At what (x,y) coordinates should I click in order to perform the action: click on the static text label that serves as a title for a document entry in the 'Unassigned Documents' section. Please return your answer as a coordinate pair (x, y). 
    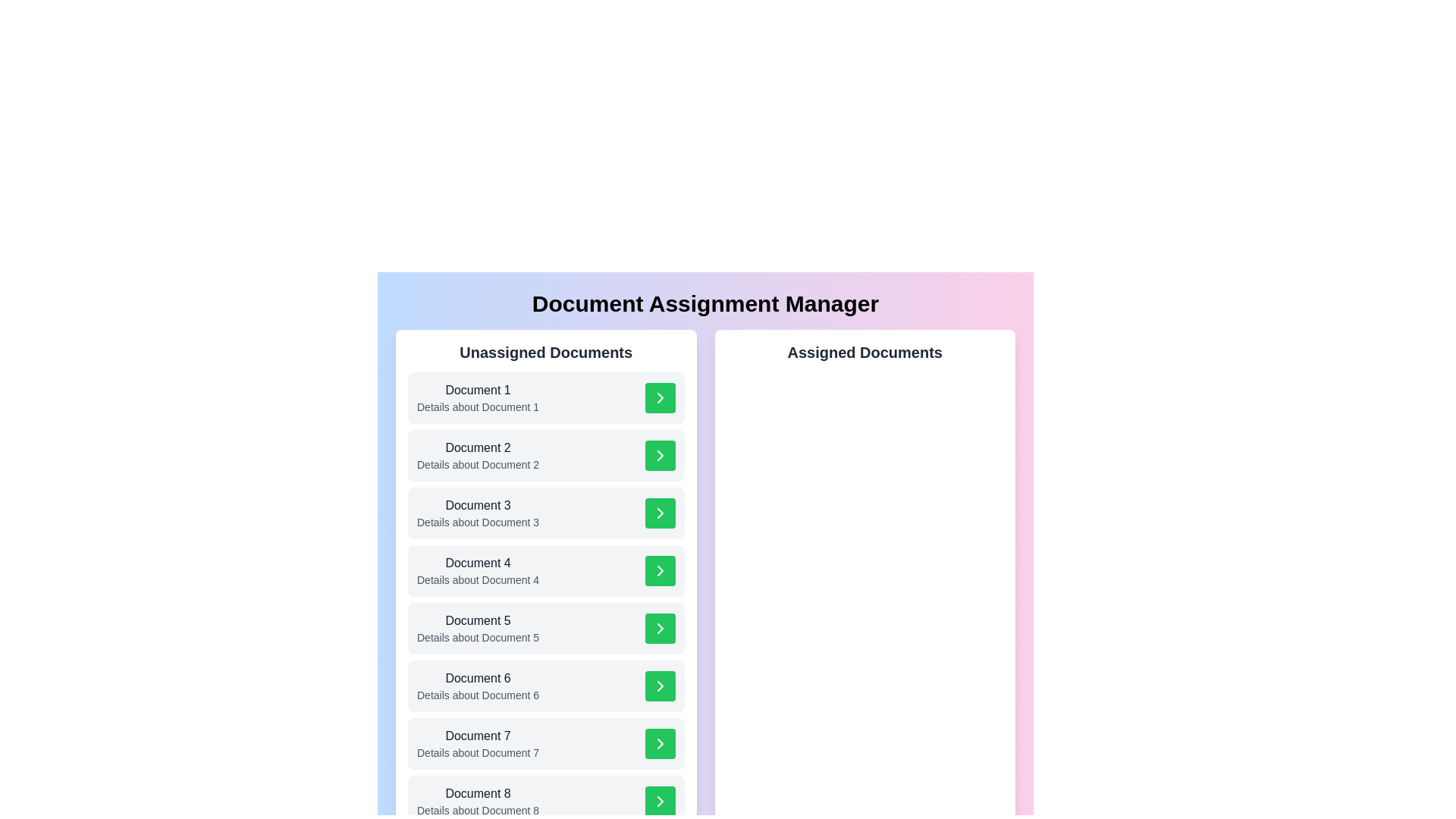
    Looking at the image, I should click on (477, 677).